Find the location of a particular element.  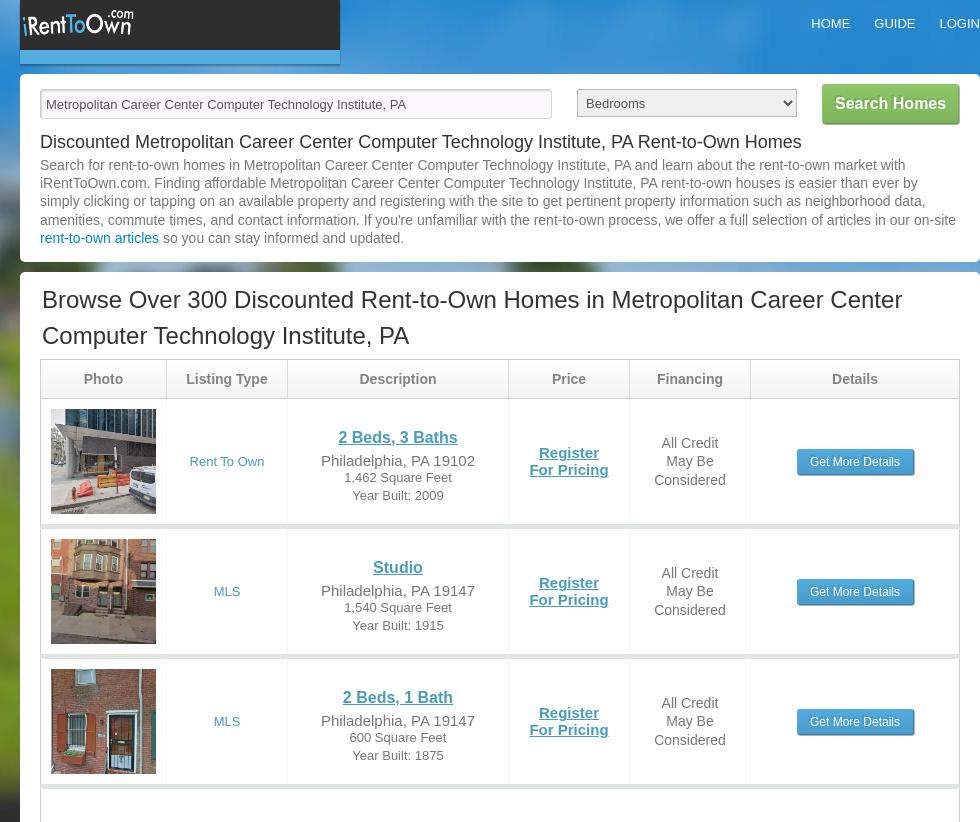

'Guide' is located at coordinates (894, 22).